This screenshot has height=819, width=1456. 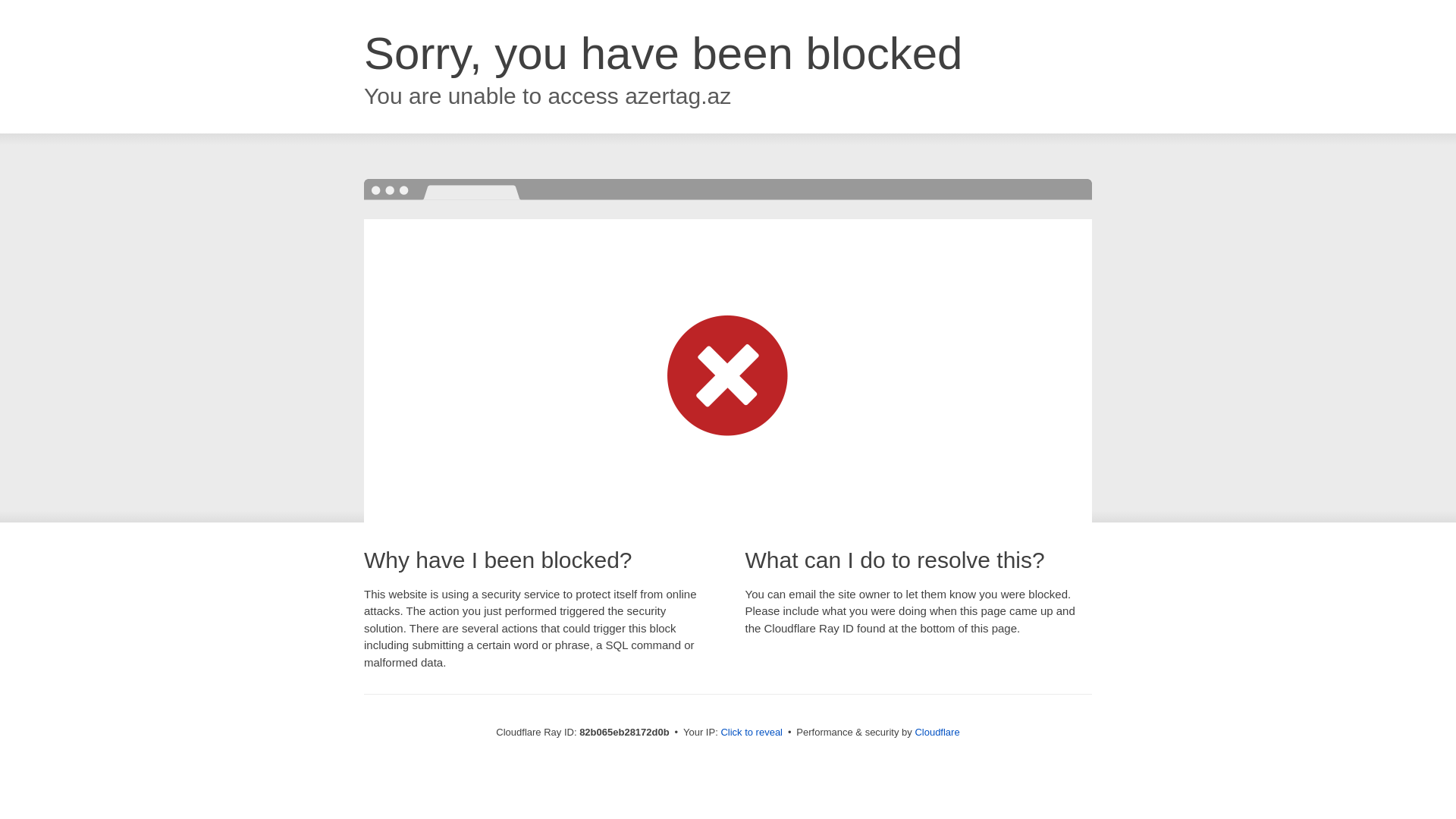 I want to click on 'Click to reveal', so click(x=720, y=731).